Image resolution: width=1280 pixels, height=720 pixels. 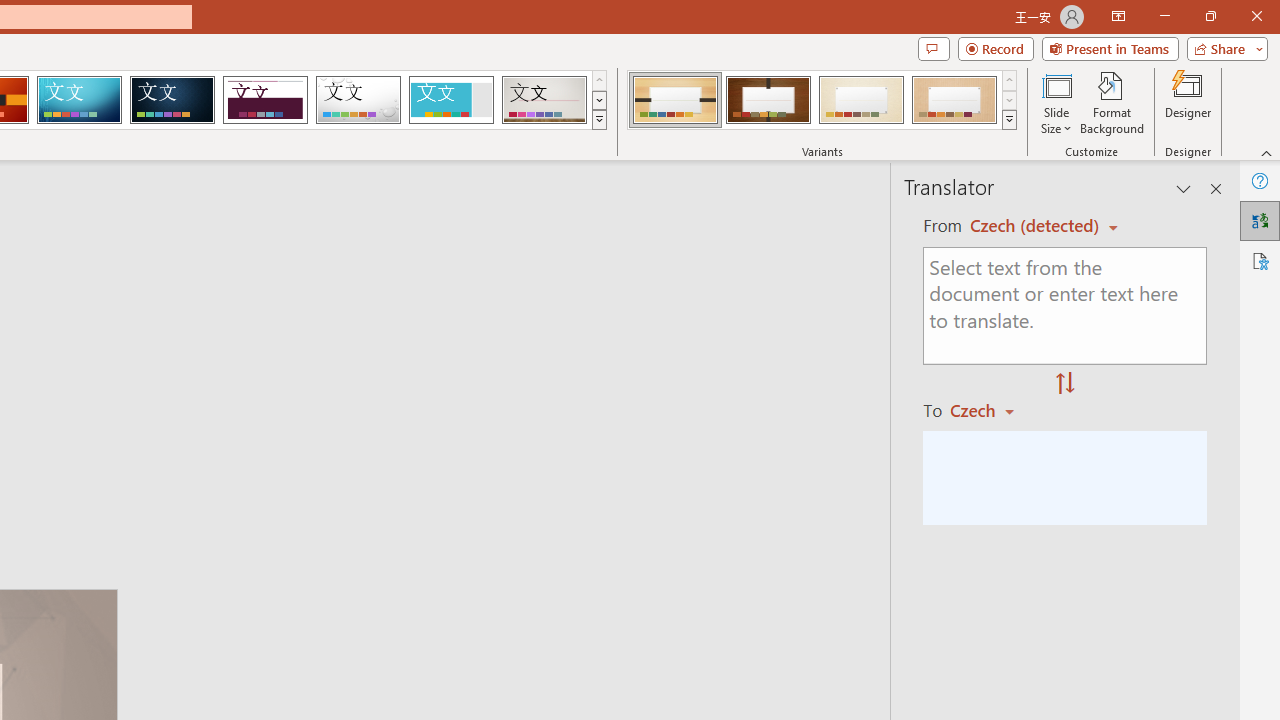 I want to click on 'Circuit', so click(x=79, y=100).